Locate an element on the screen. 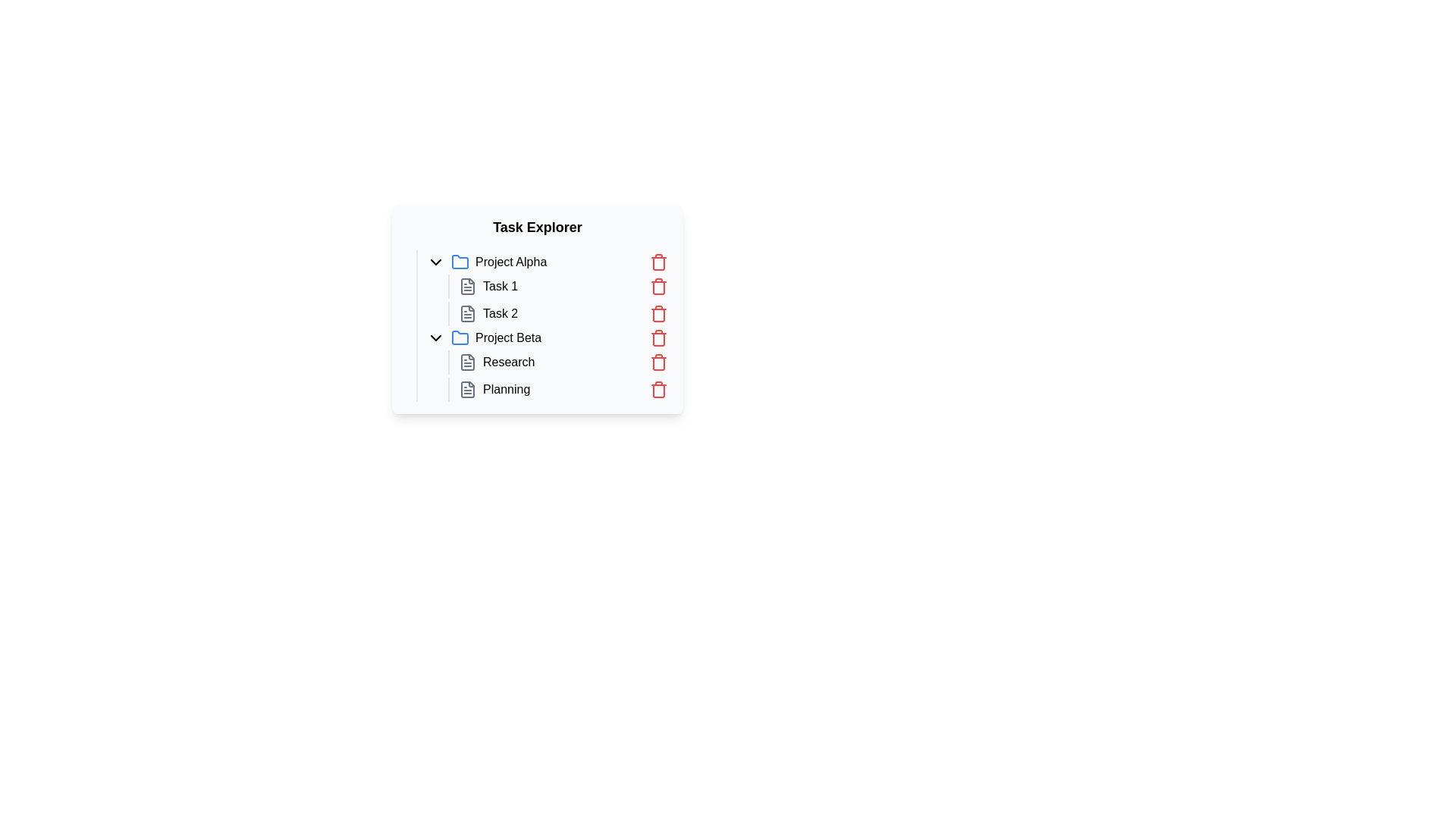 This screenshot has width=1456, height=819. the 'Project Beta' folder entry in the task explorer interface is located at coordinates (546, 337).